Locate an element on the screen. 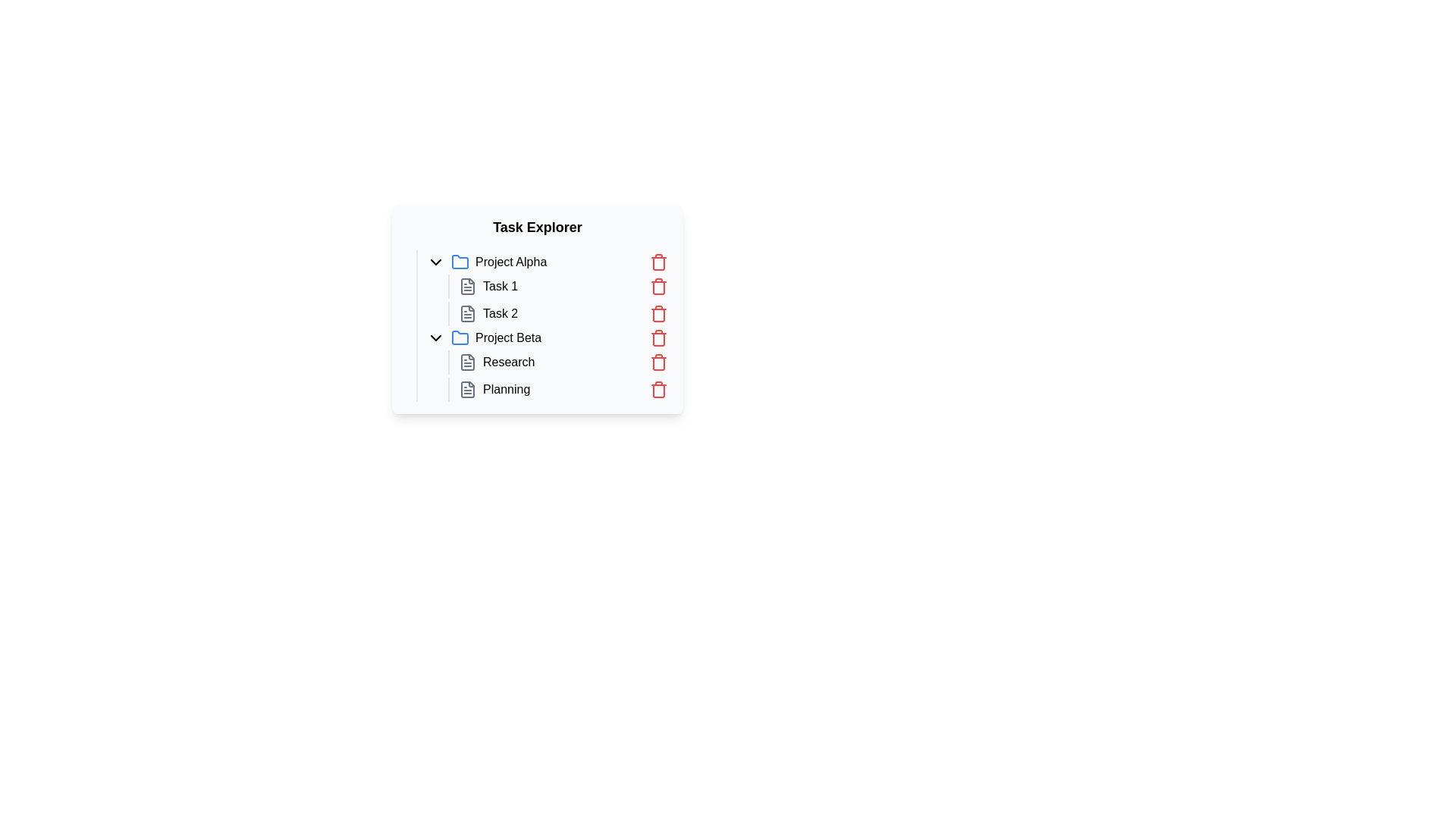 This screenshot has width=1456, height=819. the 'Project Beta' folder entry in the task explorer interface is located at coordinates (546, 337).